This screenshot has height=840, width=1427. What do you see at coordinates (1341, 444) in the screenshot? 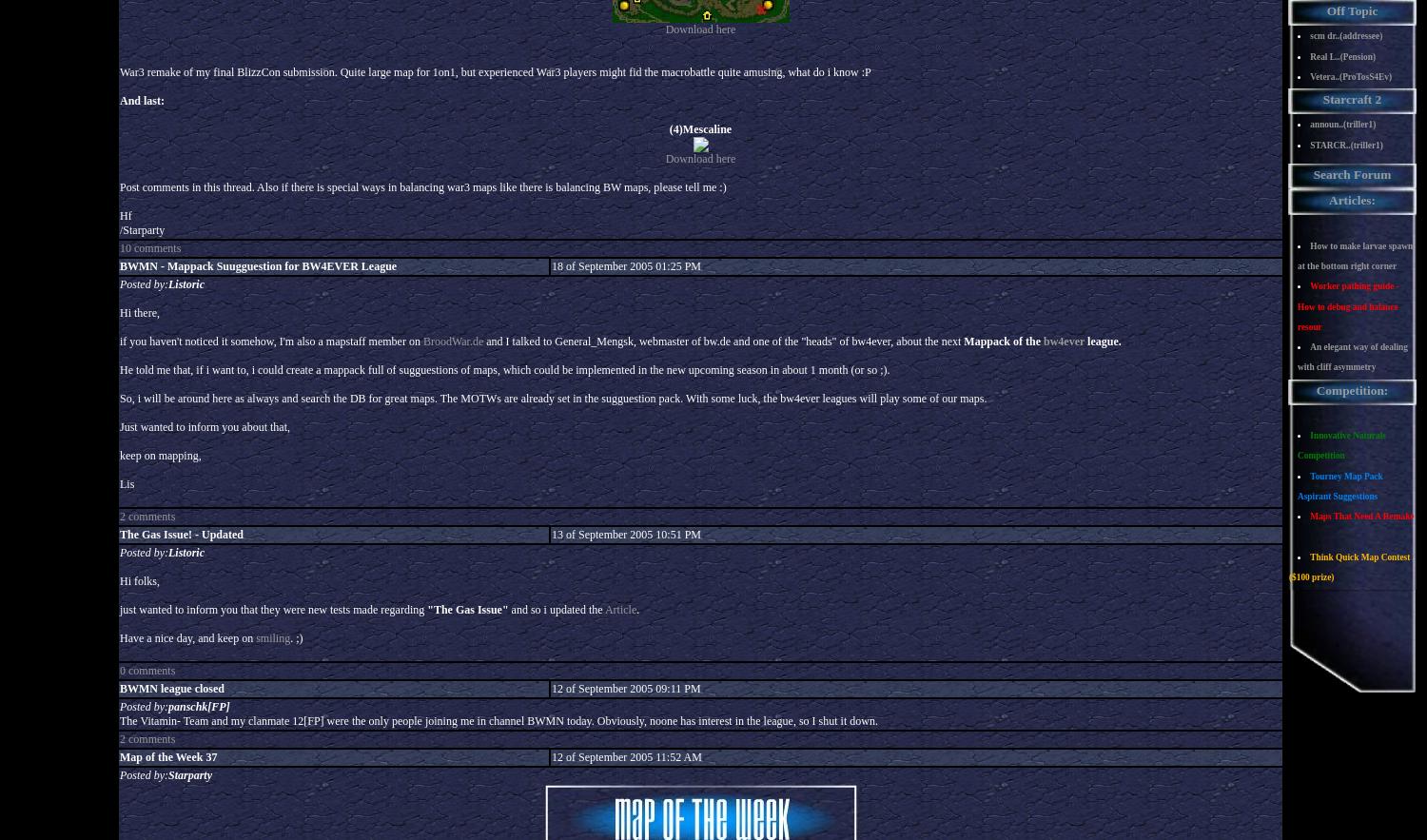
I see `'Innovative Naturals Competition'` at bounding box center [1341, 444].